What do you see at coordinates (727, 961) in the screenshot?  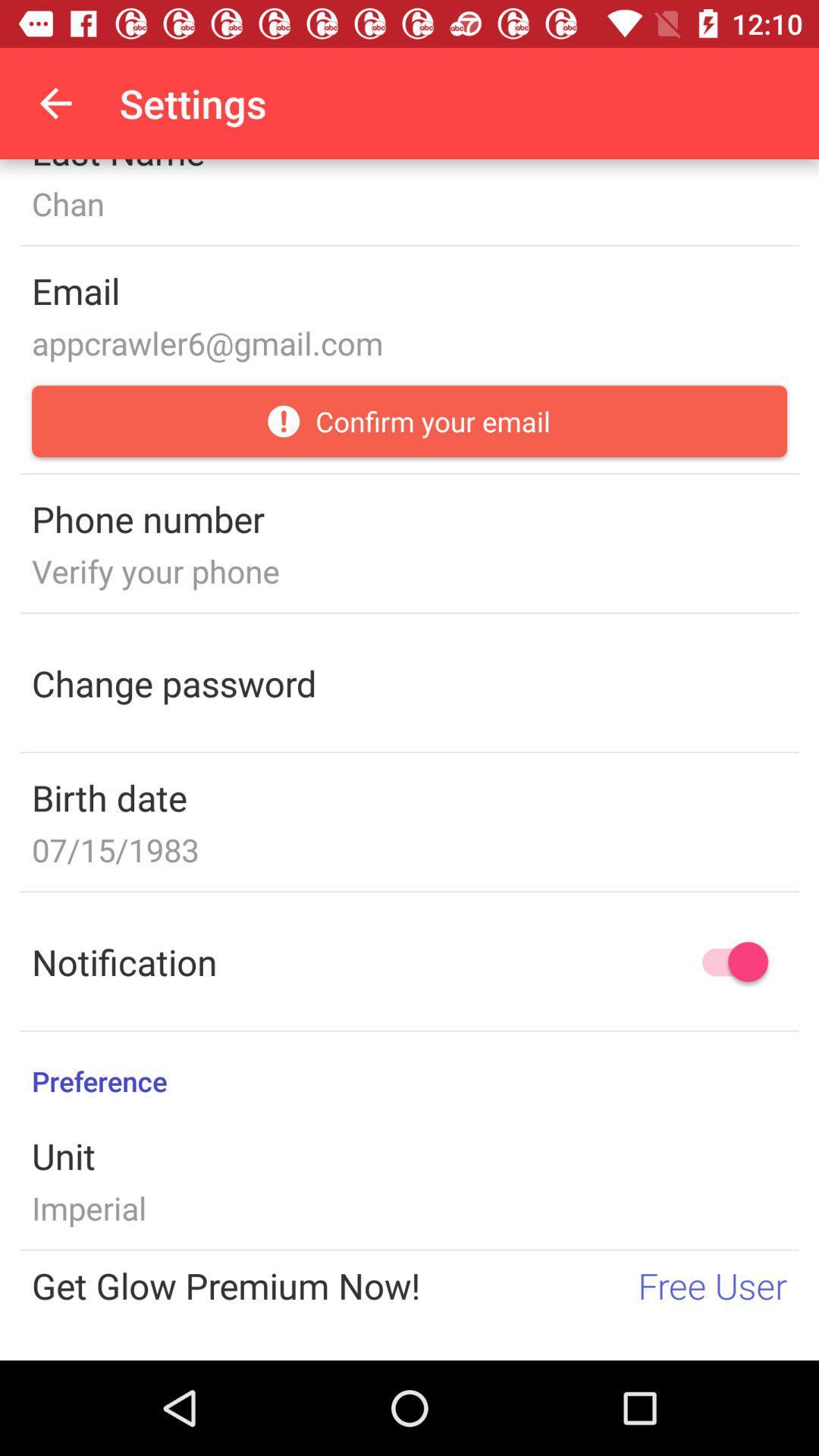 I see `notification toggle option` at bounding box center [727, 961].